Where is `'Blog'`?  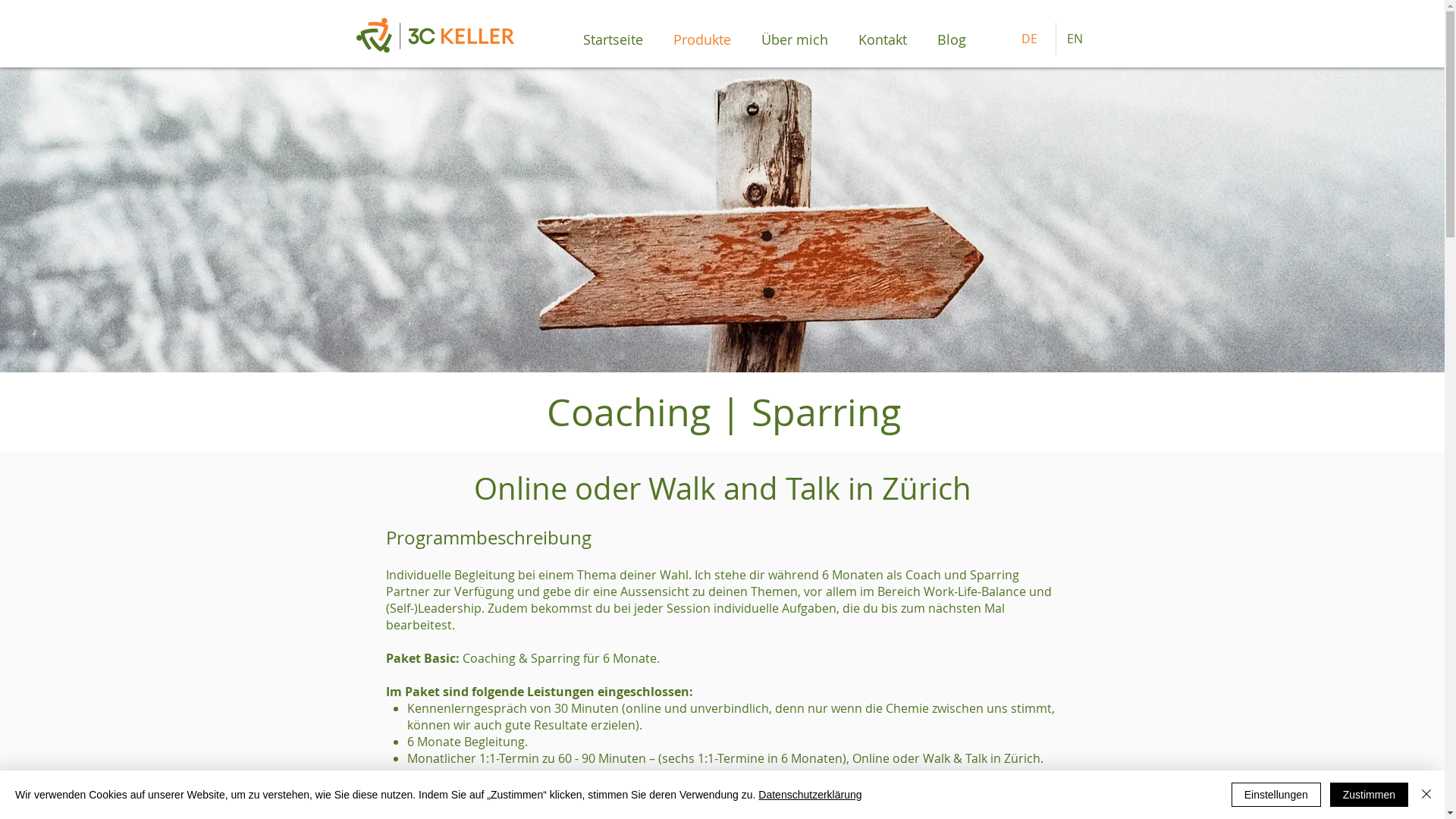
'Blog' is located at coordinates (950, 38).